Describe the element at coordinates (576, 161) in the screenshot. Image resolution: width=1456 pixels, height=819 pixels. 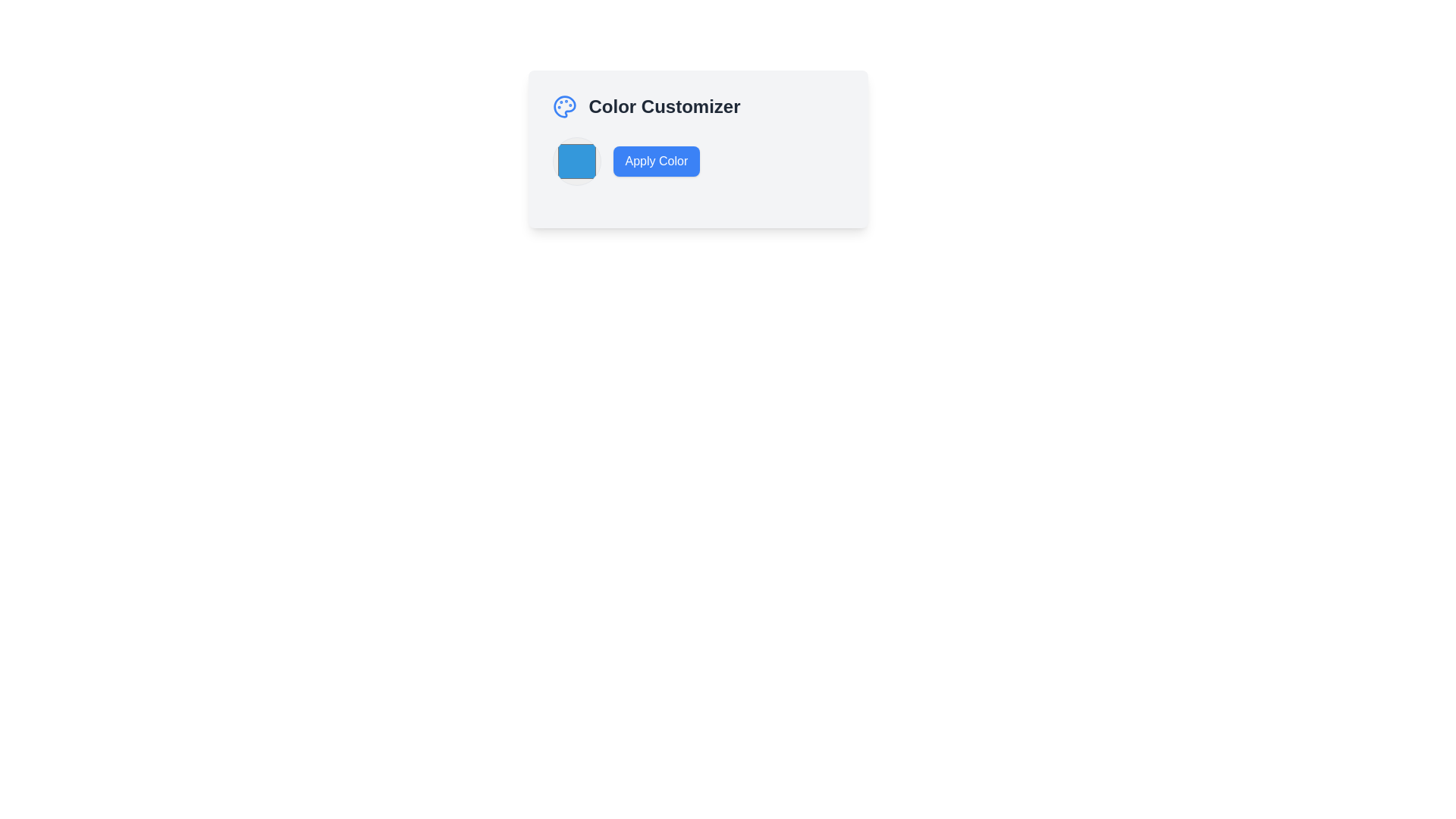
I see `the Color Selector element` at that location.